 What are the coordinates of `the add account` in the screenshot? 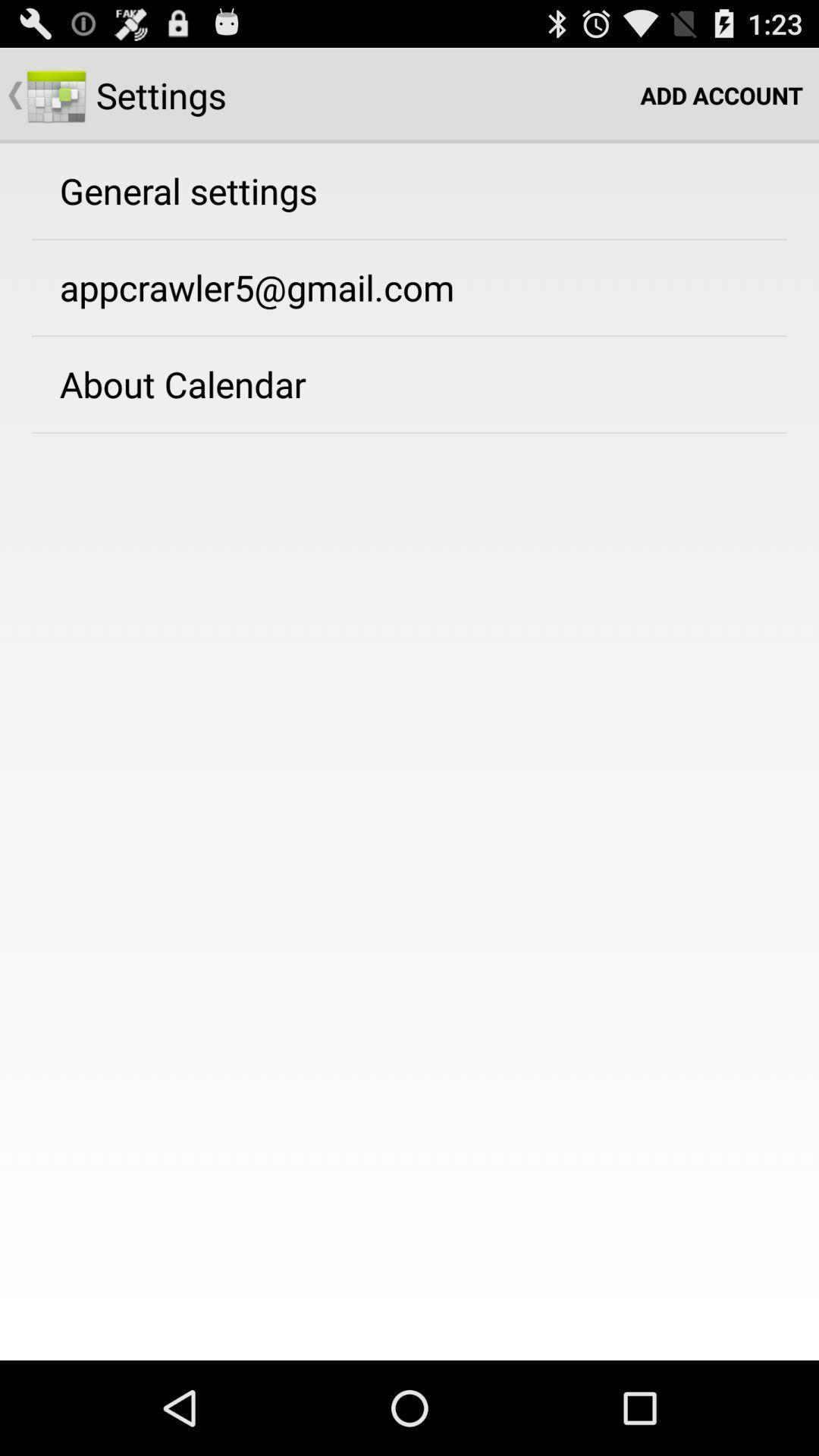 It's located at (720, 94).